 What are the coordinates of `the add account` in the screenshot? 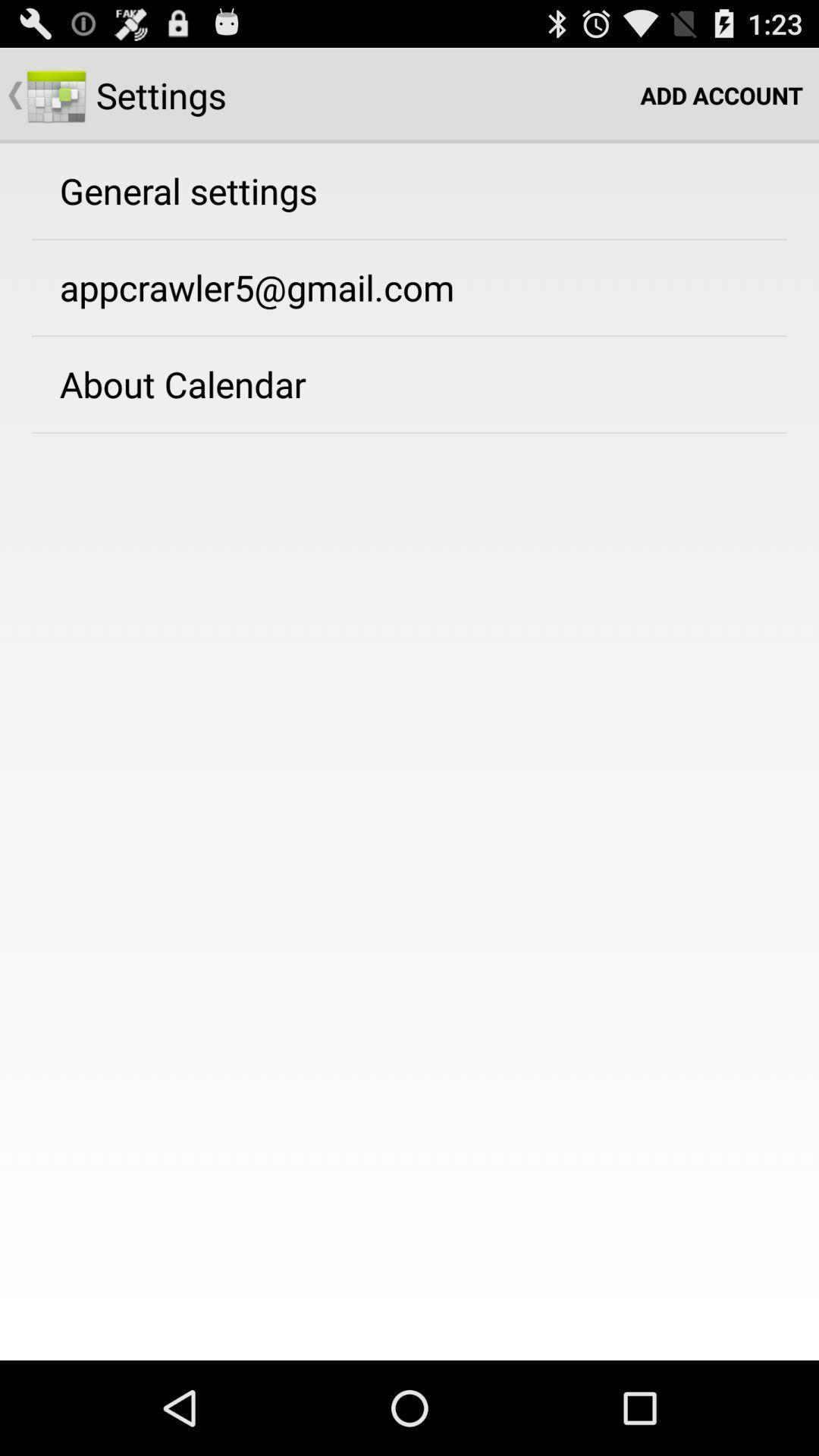 It's located at (720, 94).